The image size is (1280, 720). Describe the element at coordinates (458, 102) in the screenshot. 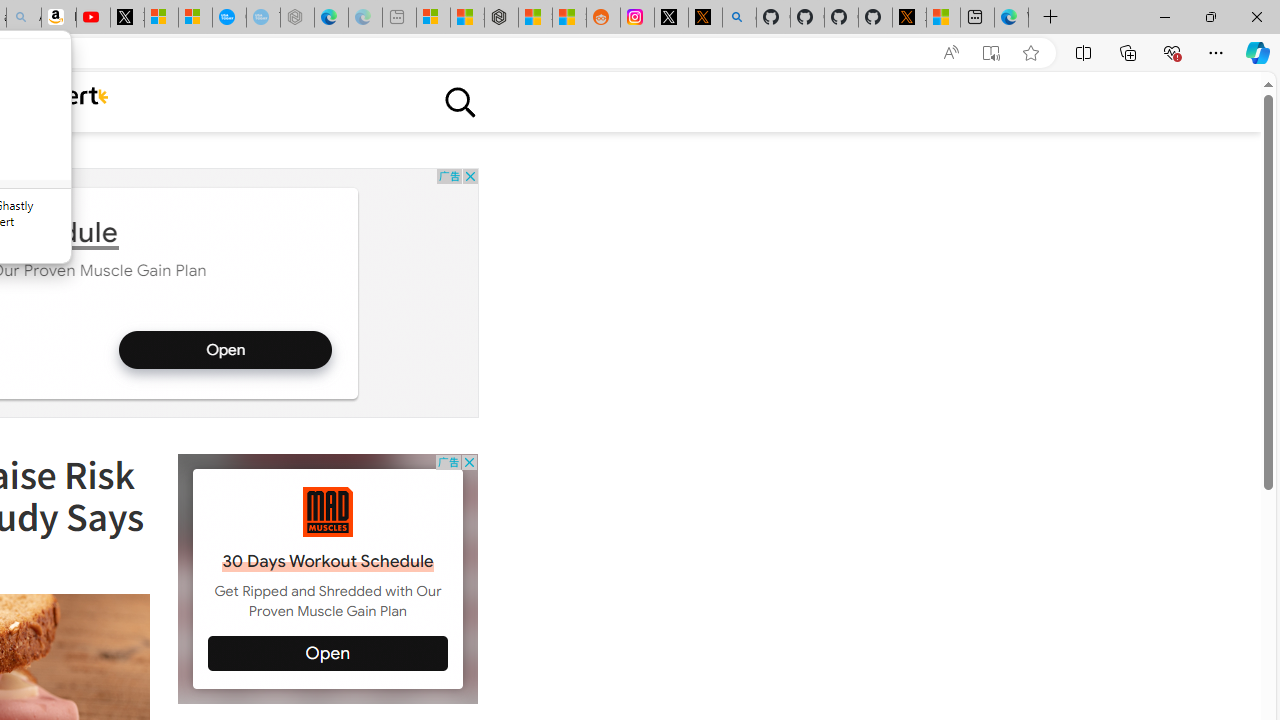

I see `'Class: sciencealert-search-desktop-svg '` at that location.